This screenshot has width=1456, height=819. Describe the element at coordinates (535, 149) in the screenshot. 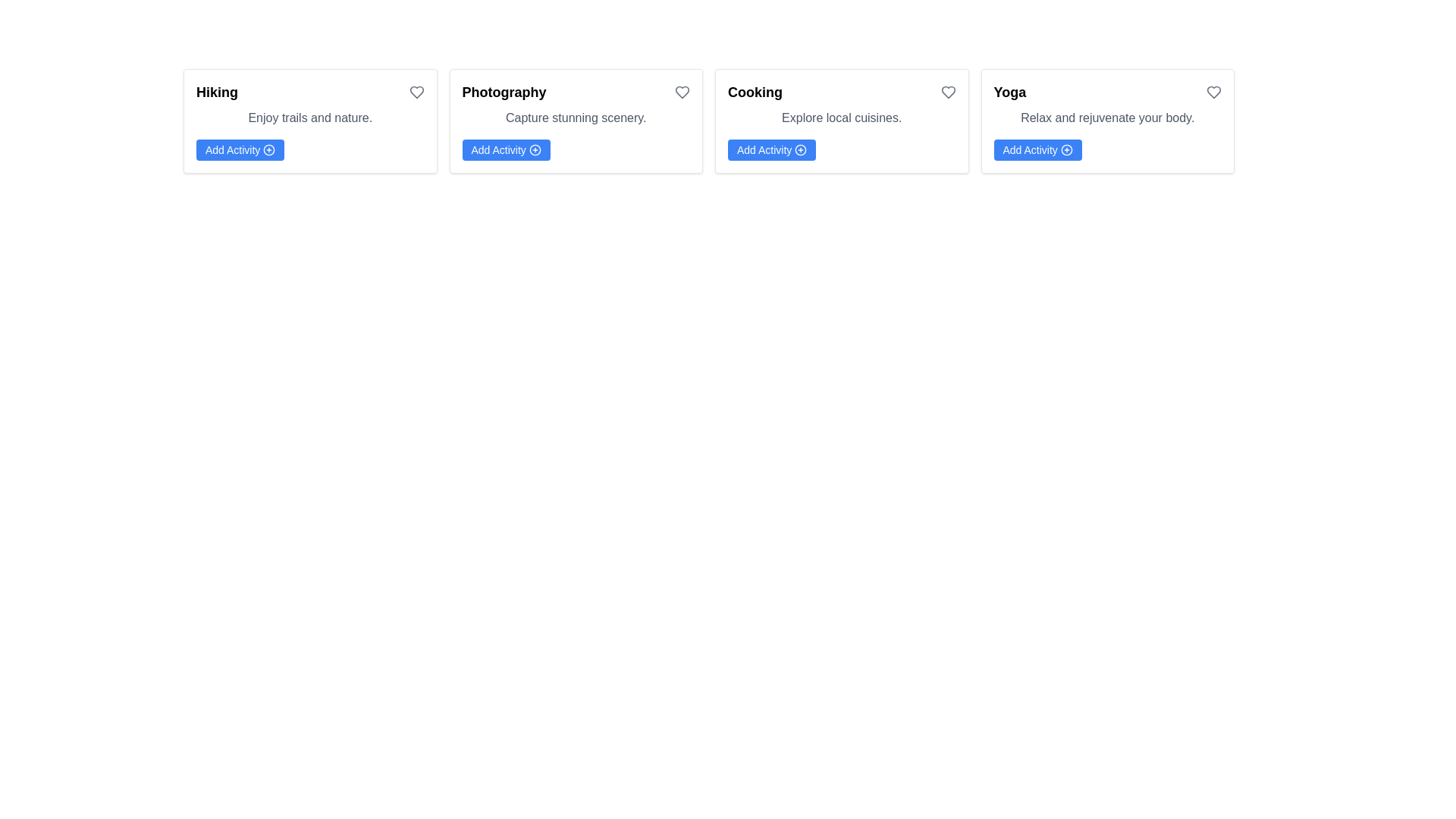

I see `the icon button for adding an activity related to the 'Photography' section, located at the right end of the 'Add Activity' button within the 'Photography' card` at that location.